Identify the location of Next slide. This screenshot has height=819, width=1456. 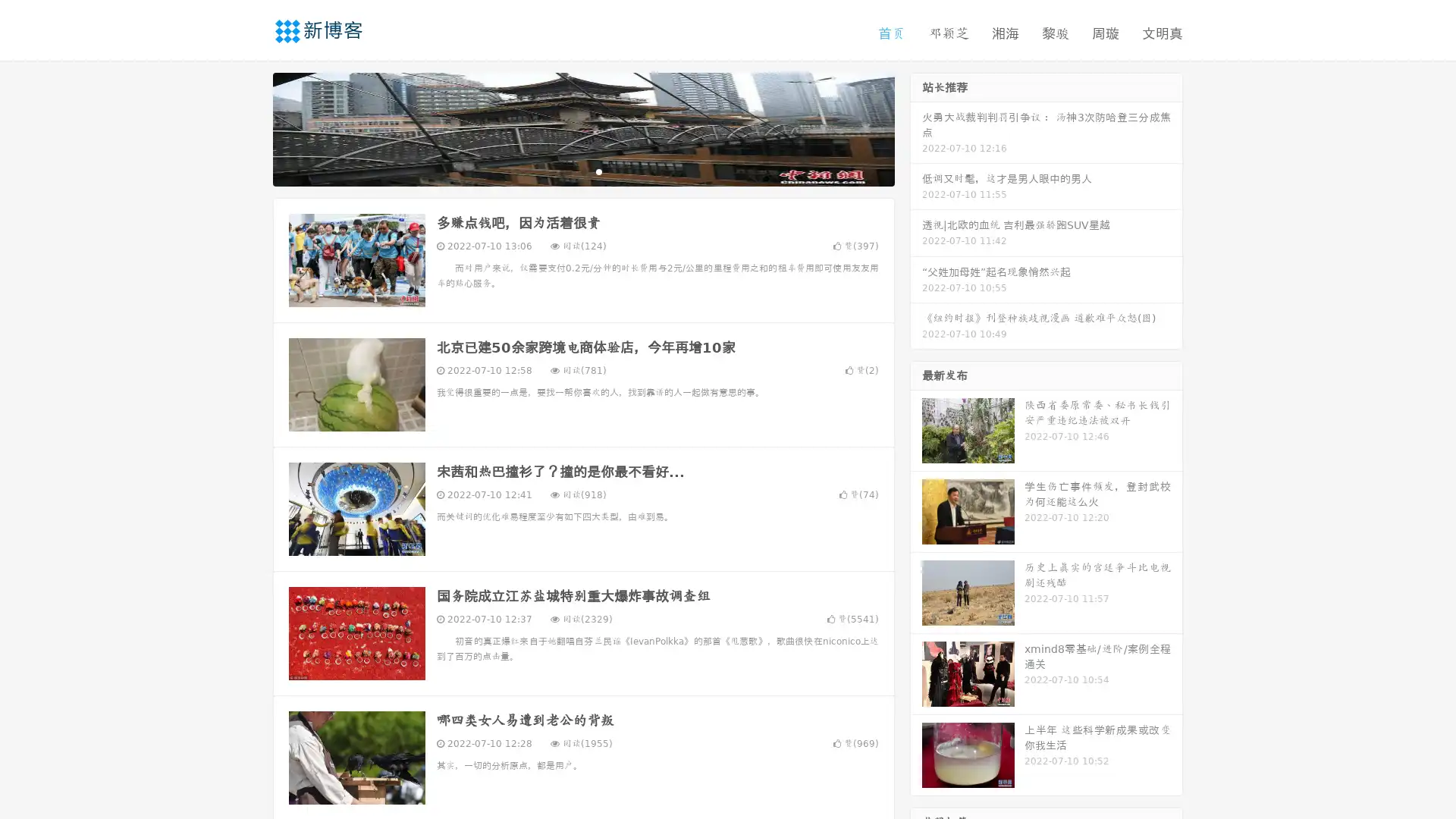
(916, 127).